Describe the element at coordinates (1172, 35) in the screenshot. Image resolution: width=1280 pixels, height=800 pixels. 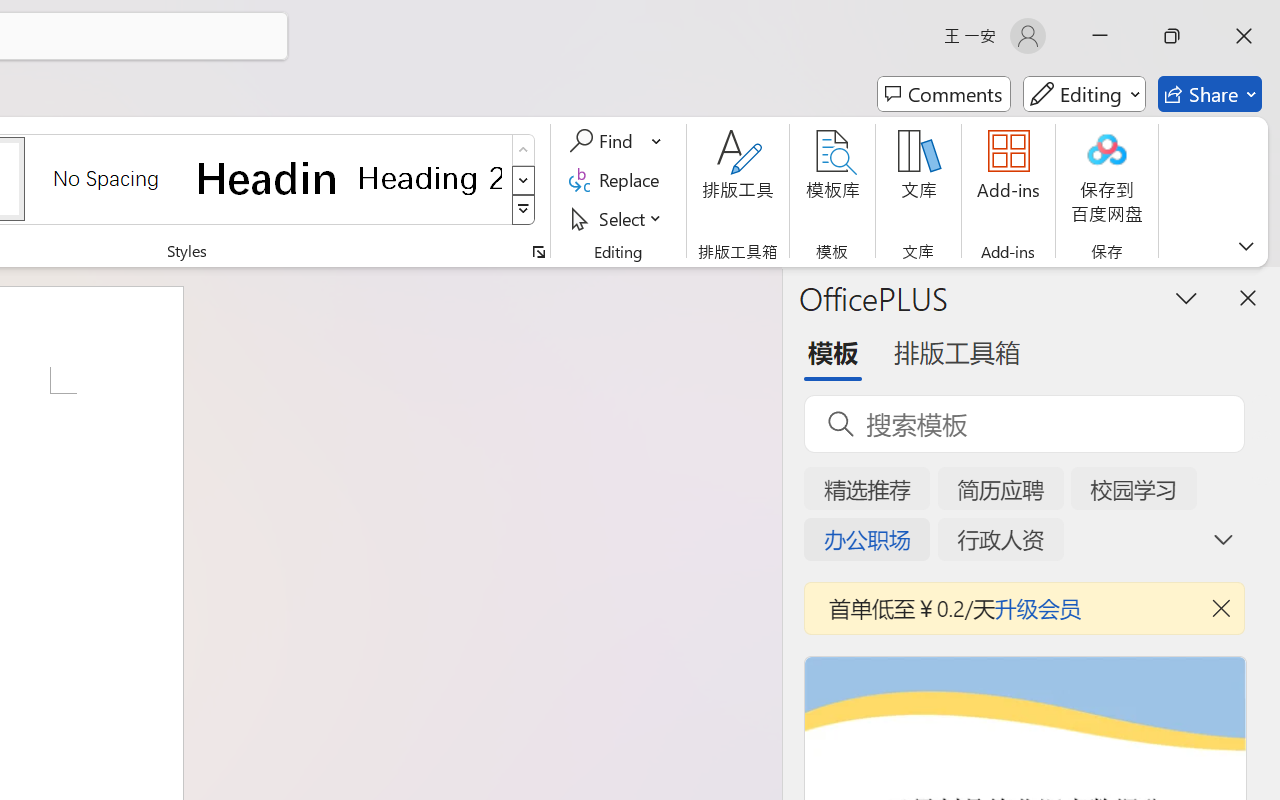
I see `'Restore Down'` at that location.